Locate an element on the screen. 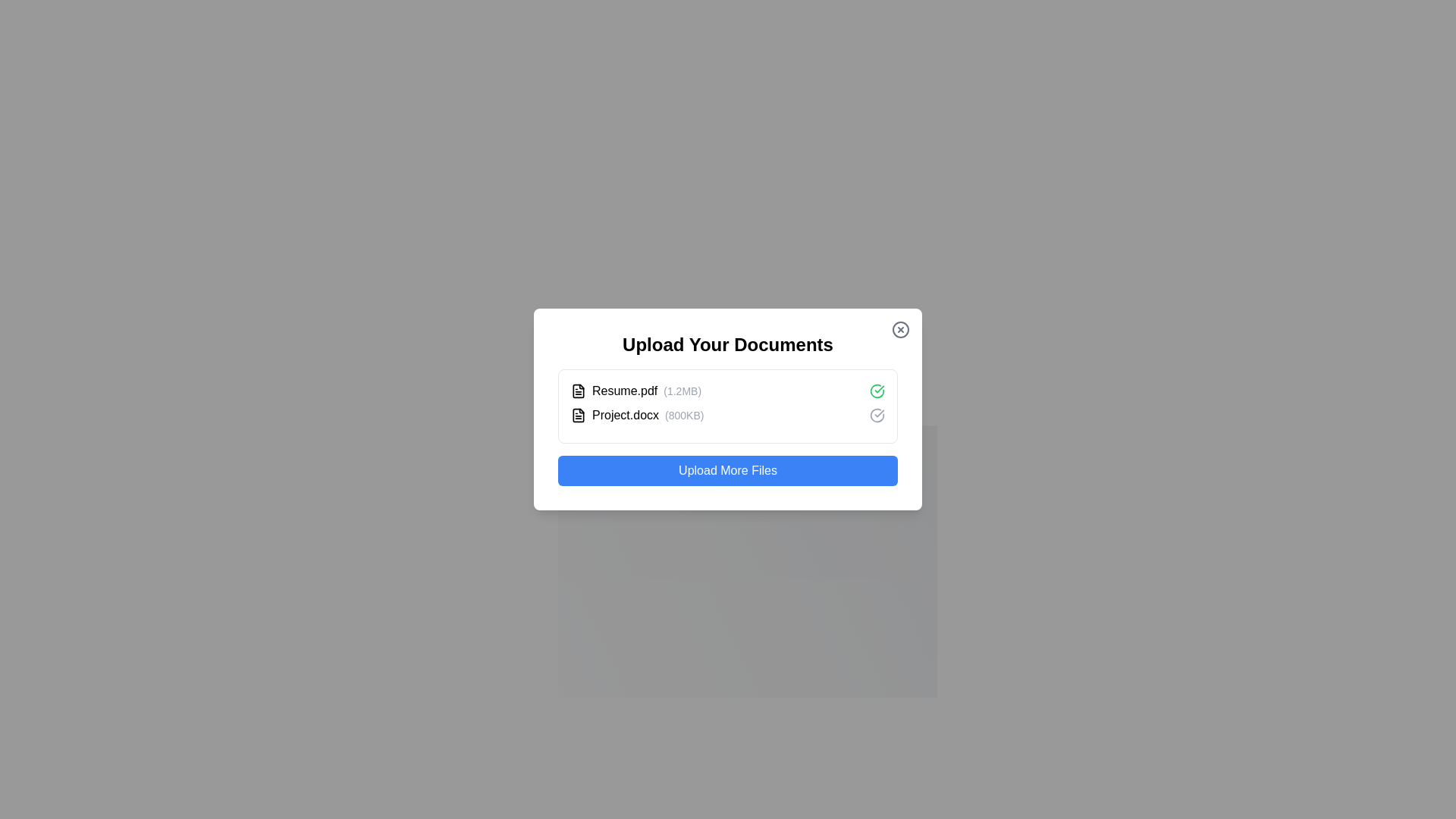  to select the file name of the first uploaded document in the file list, which is located in the top-left region of the modal pop-up is located at coordinates (636, 391).